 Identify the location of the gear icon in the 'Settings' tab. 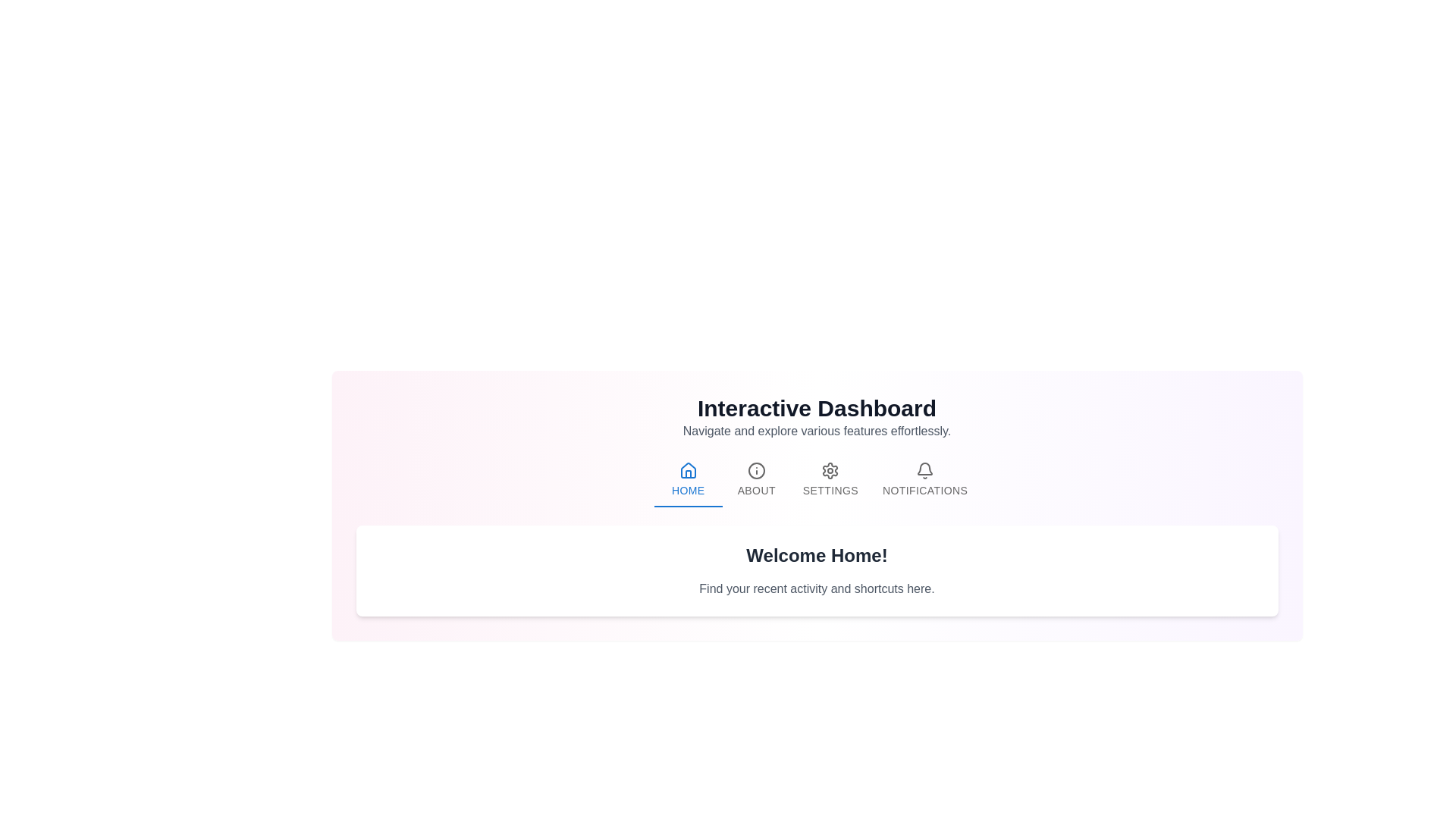
(830, 470).